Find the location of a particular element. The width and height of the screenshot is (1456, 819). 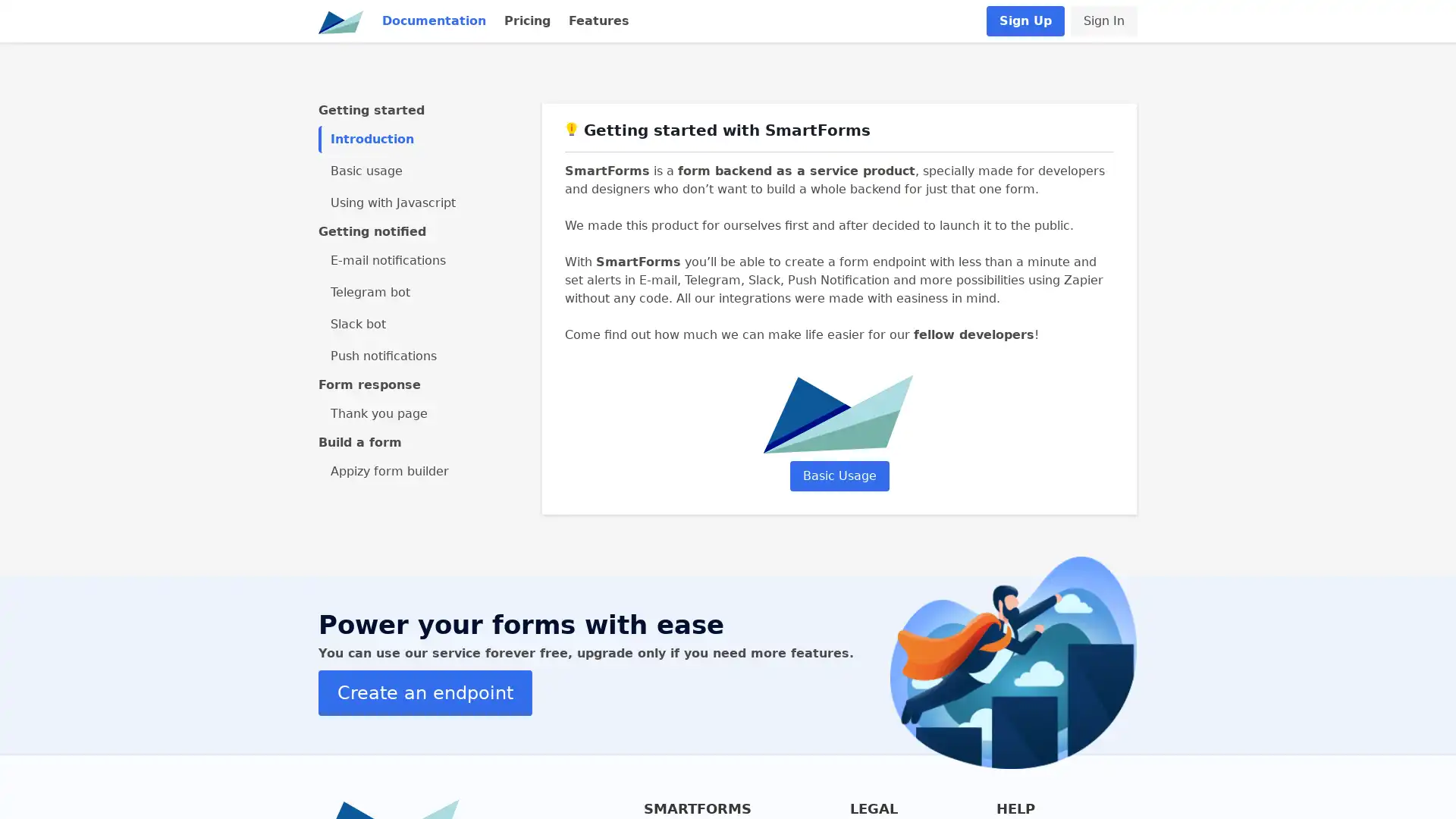

Basic Usage is located at coordinates (838, 475).